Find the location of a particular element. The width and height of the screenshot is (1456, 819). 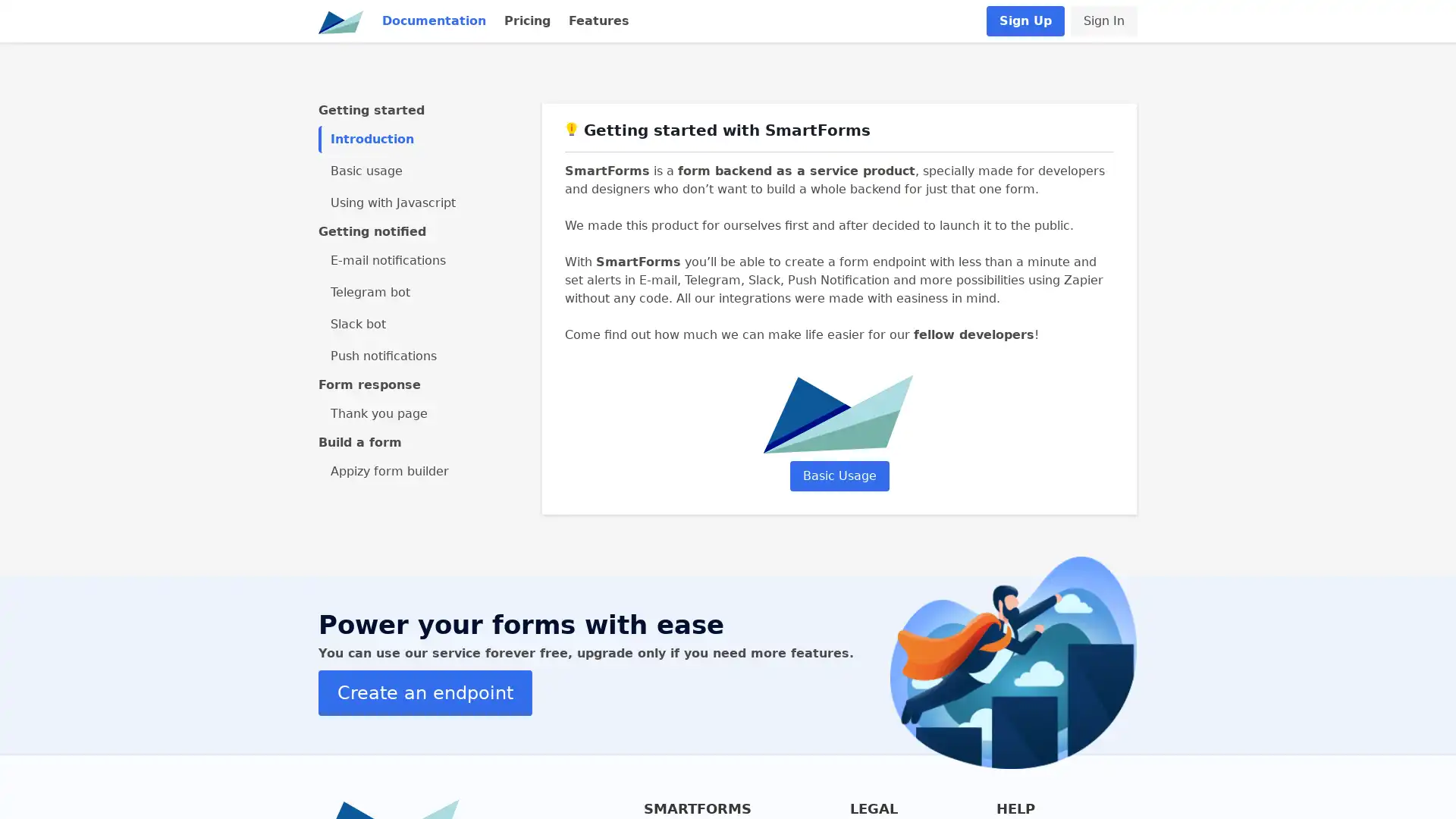

Basic Usage is located at coordinates (838, 475).